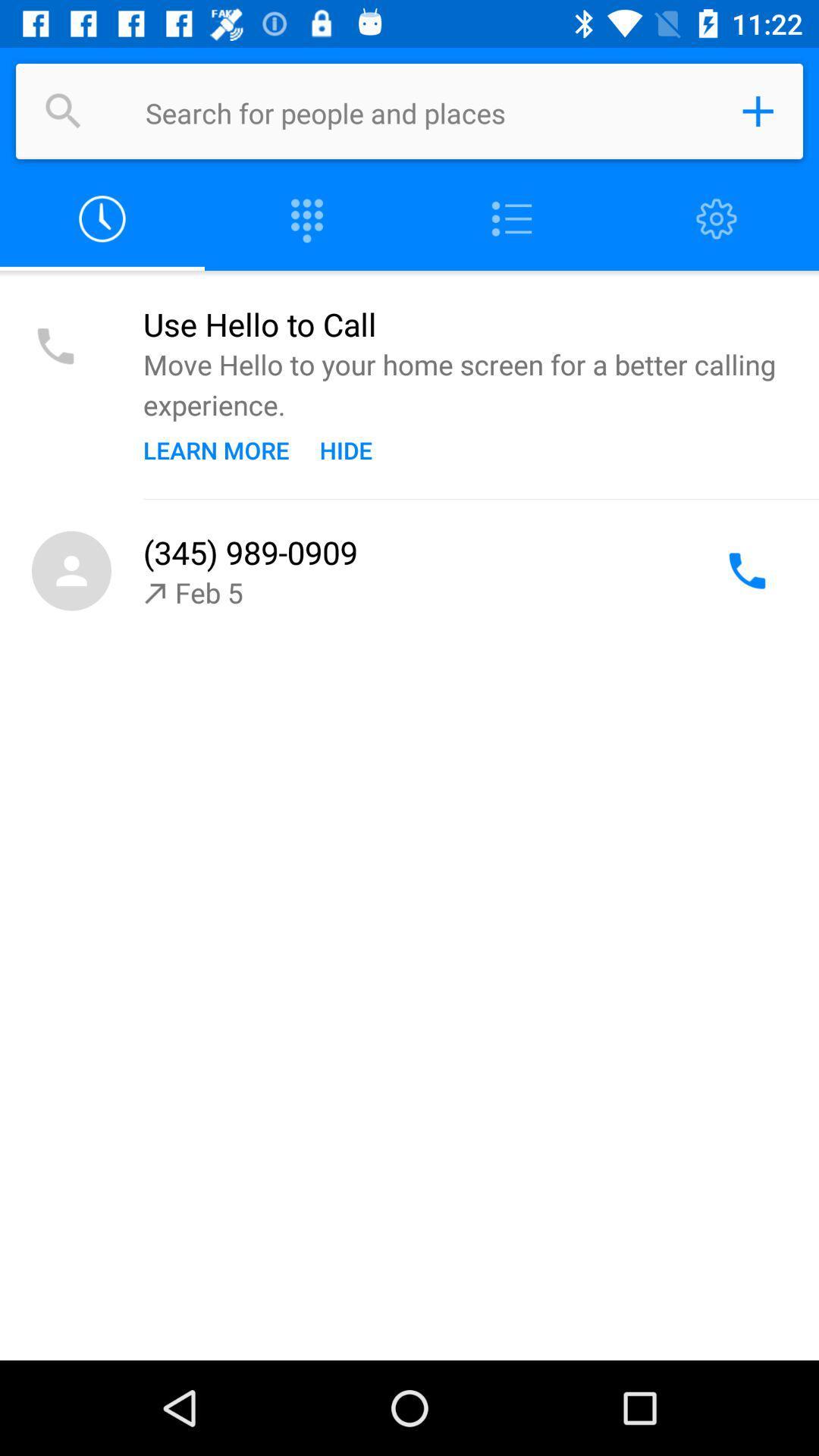 Image resolution: width=819 pixels, height=1456 pixels. Describe the element at coordinates (102, 218) in the screenshot. I see `switch to log` at that location.